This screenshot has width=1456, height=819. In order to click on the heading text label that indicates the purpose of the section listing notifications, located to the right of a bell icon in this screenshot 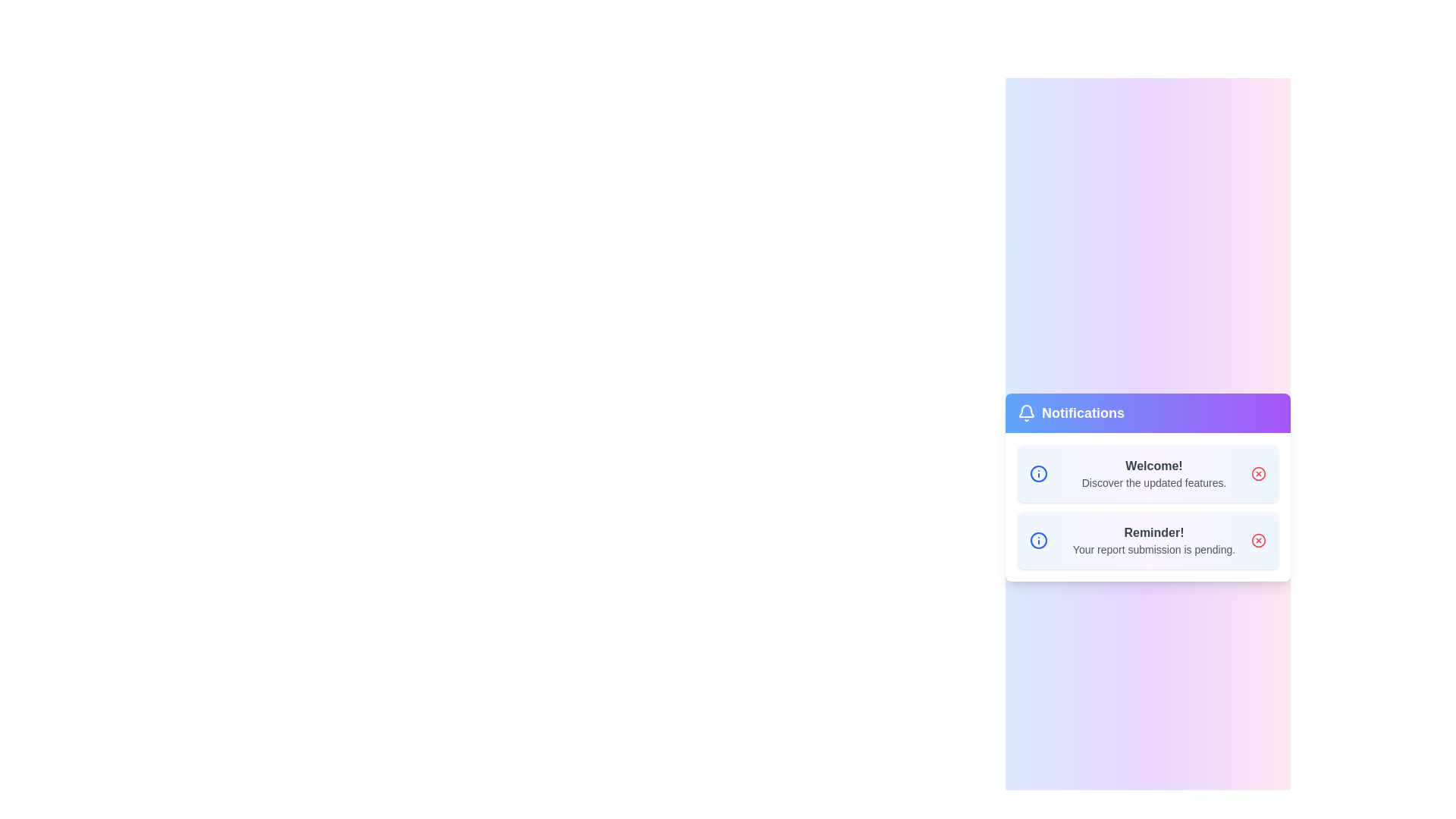, I will do `click(1082, 413)`.